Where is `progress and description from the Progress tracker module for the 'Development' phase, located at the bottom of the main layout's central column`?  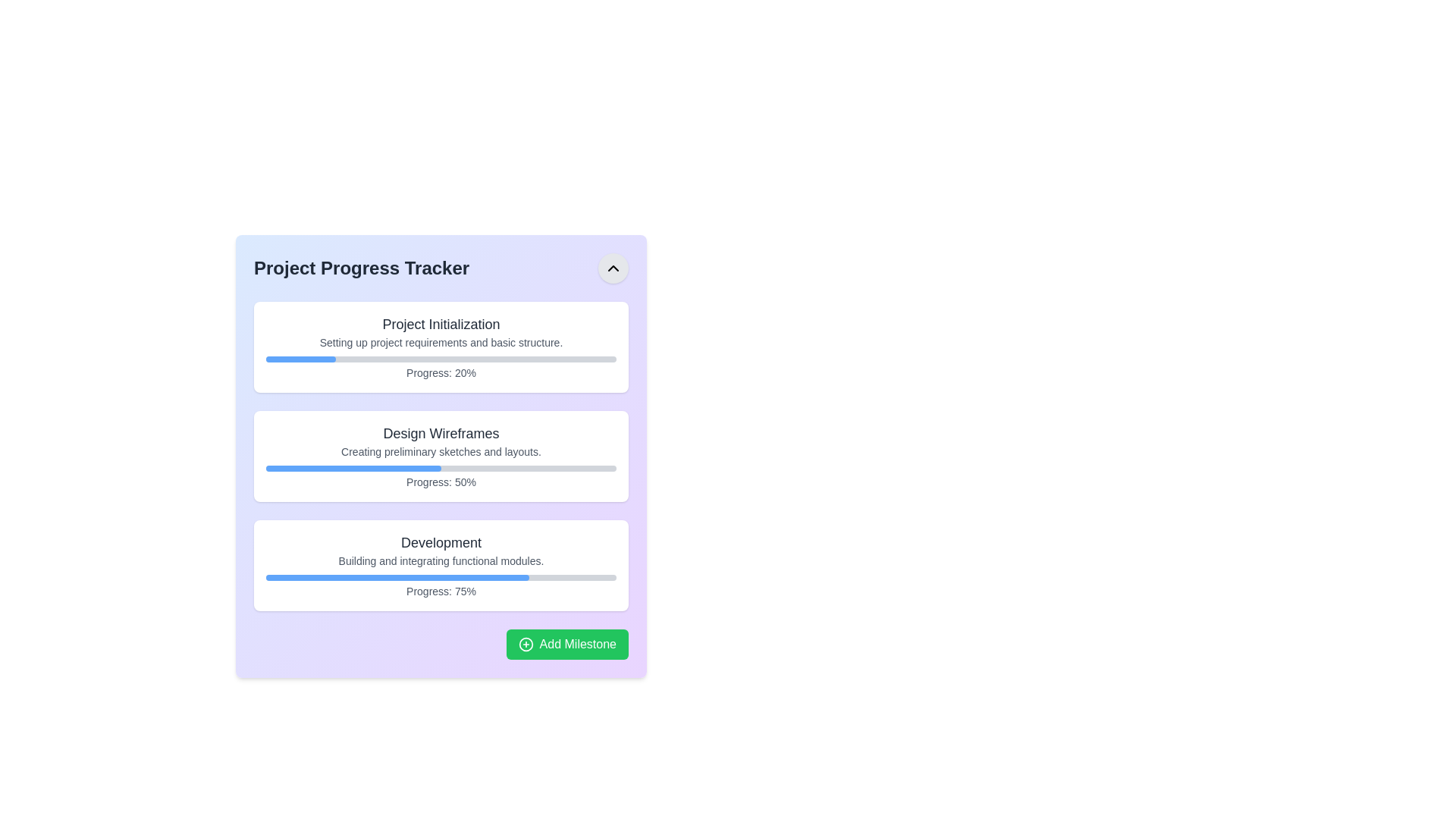
progress and description from the Progress tracker module for the 'Development' phase, located at the bottom of the main layout's central column is located at coordinates (440, 565).